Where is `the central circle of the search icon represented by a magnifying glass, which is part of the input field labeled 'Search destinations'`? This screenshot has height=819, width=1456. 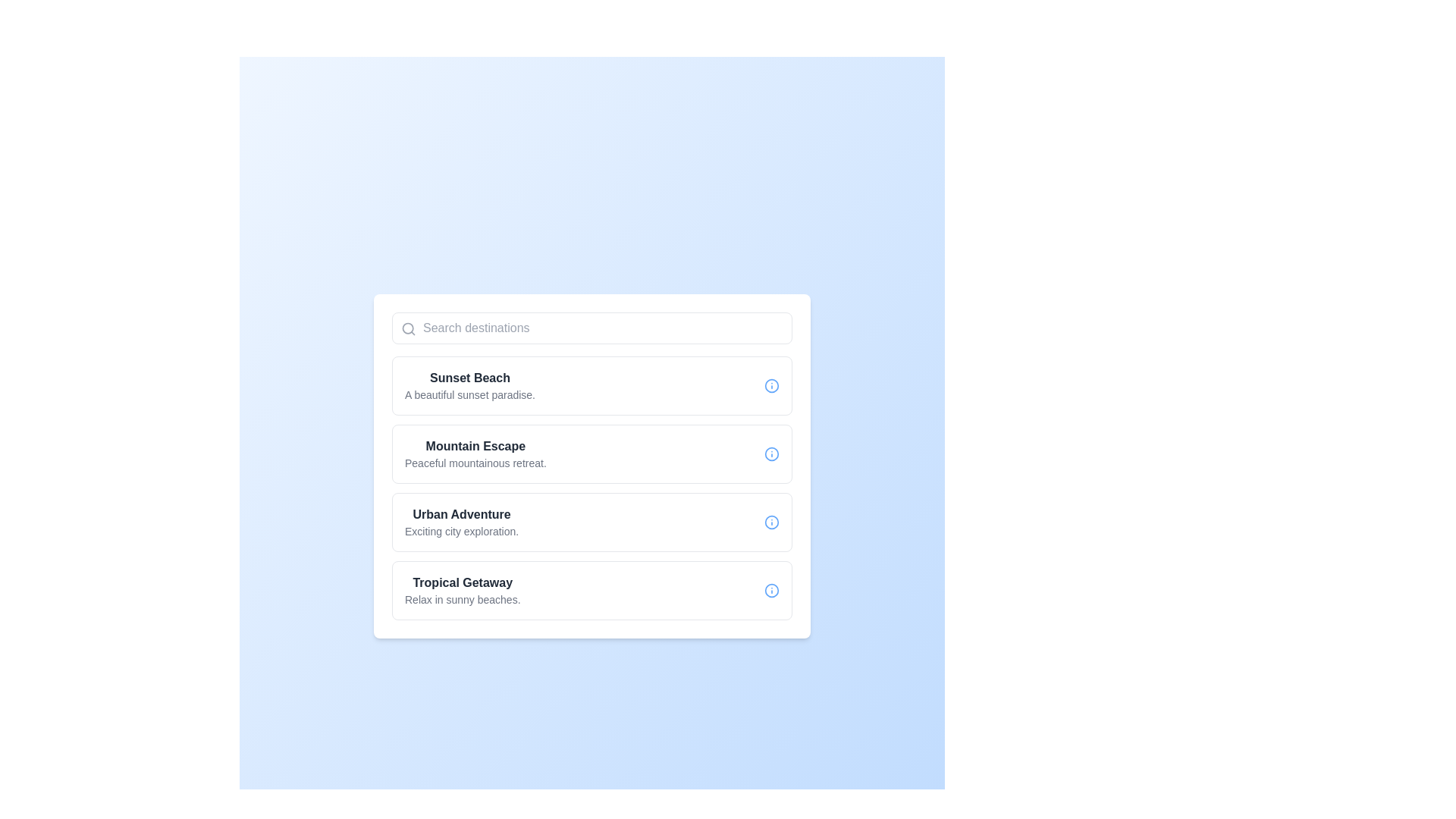 the central circle of the search icon represented by a magnifying glass, which is part of the input field labeled 'Search destinations' is located at coordinates (408, 328).